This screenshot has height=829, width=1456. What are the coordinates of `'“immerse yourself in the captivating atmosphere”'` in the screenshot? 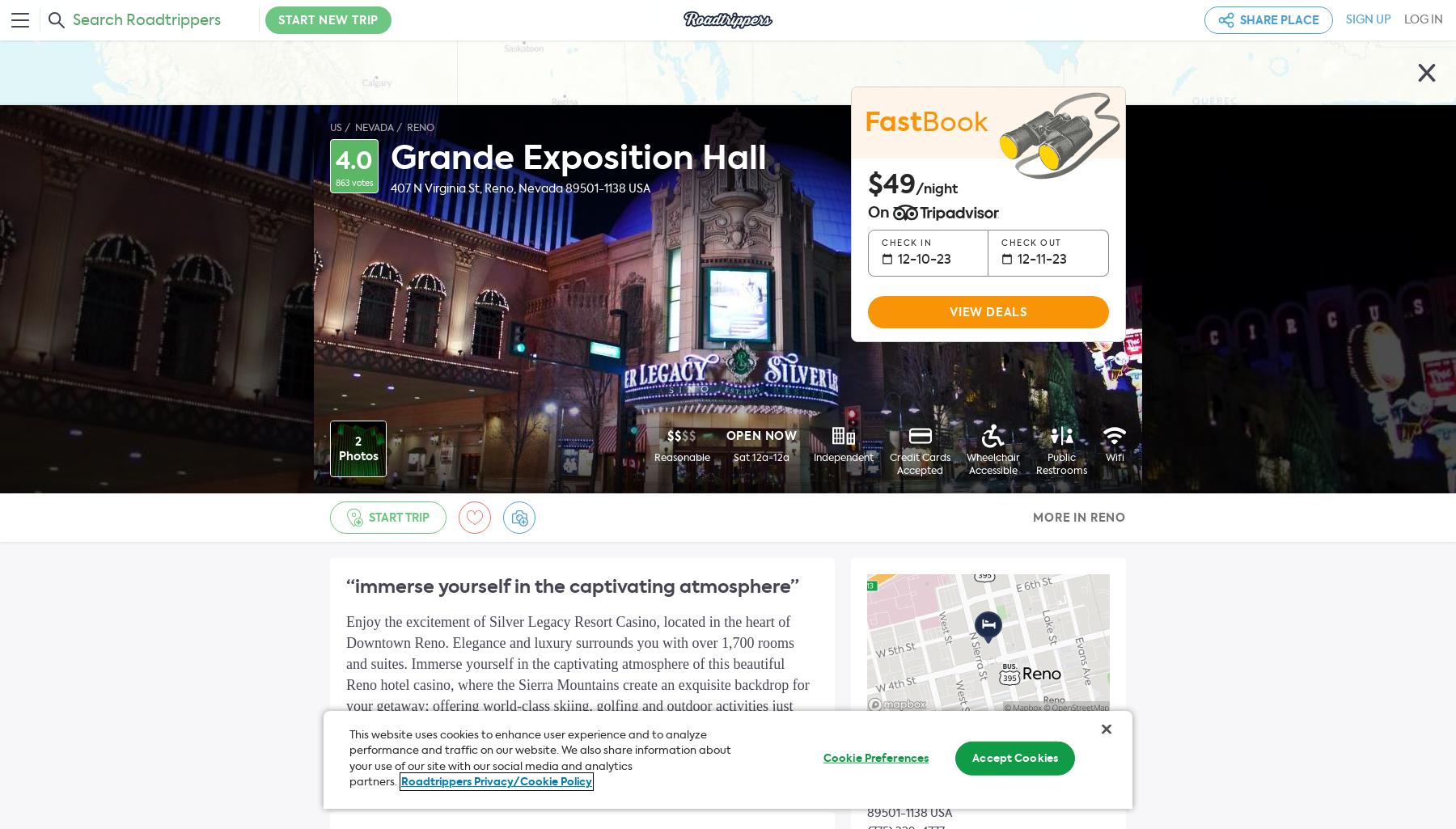 It's located at (571, 586).